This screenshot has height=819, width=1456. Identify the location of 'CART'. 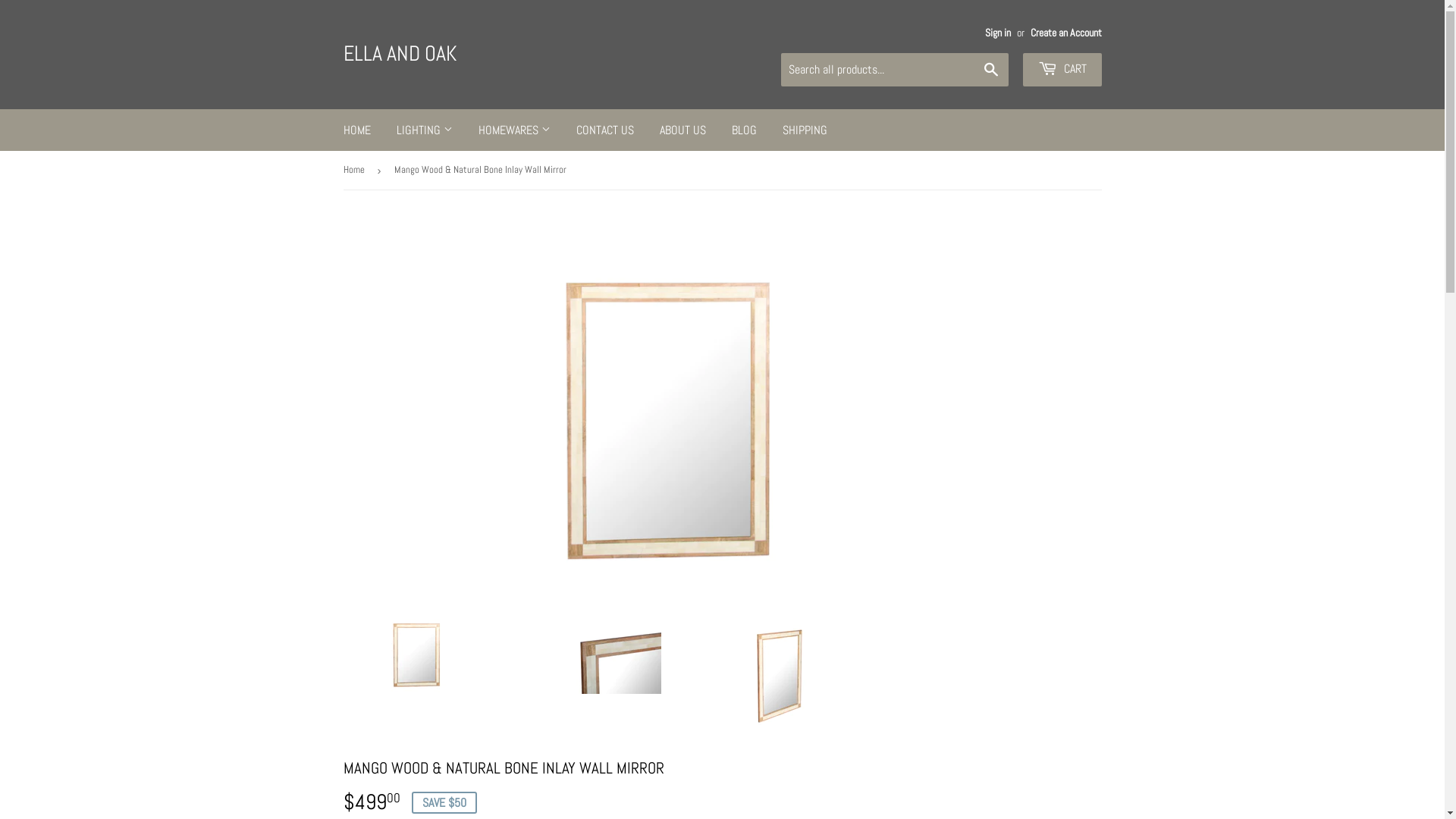
(1061, 70).